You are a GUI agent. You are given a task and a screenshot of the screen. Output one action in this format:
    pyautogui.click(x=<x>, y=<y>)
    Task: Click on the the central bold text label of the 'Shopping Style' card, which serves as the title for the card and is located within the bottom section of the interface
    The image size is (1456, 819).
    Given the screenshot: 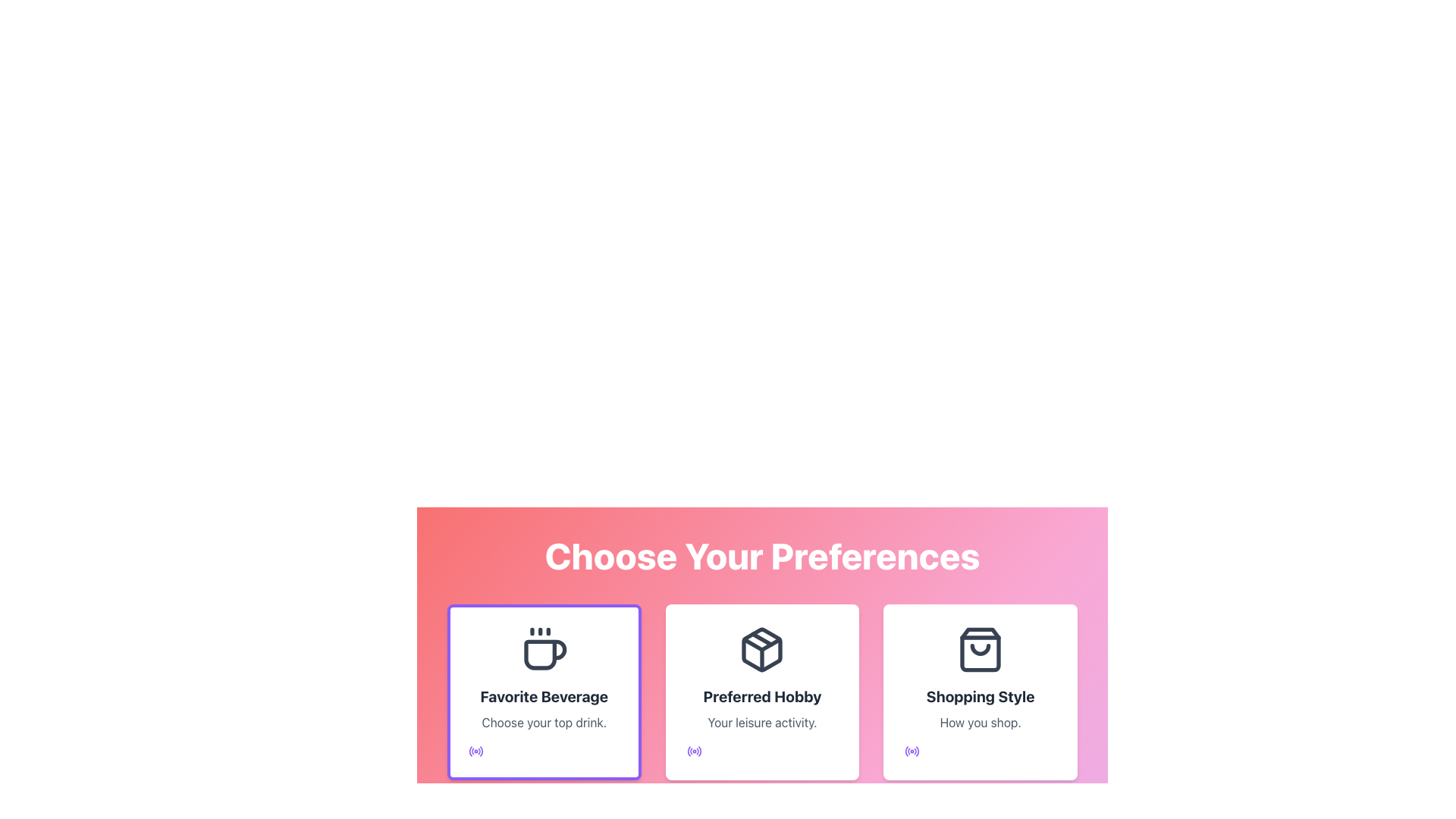 What is the action you would take?
    pyautogui.click(x=981, y=696)
    